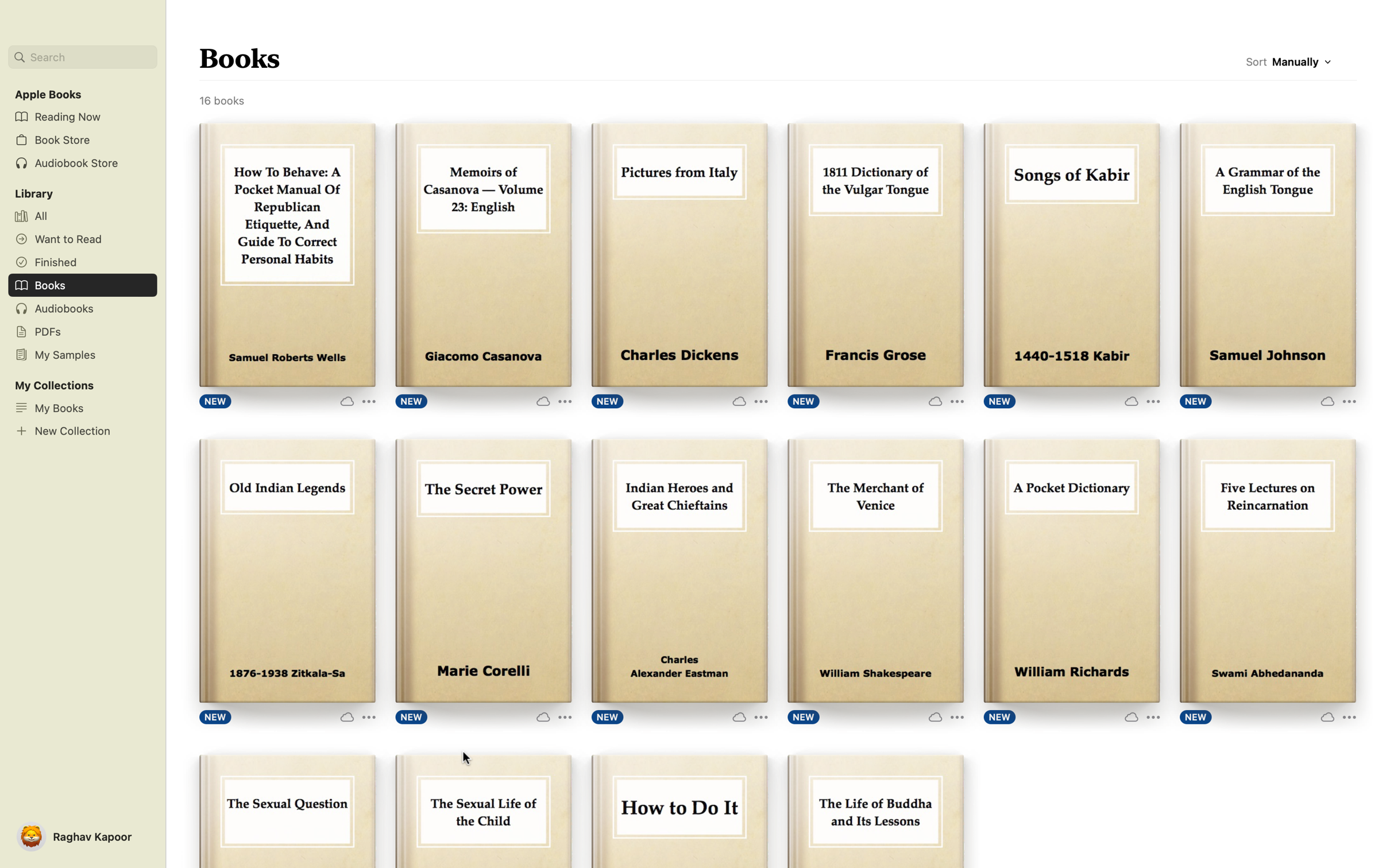  What do you see at coordinates (747, 400) in the screenshot?
I see `"More Options" for the "Pictures from Italy" book` at bounding box center [747, 400].